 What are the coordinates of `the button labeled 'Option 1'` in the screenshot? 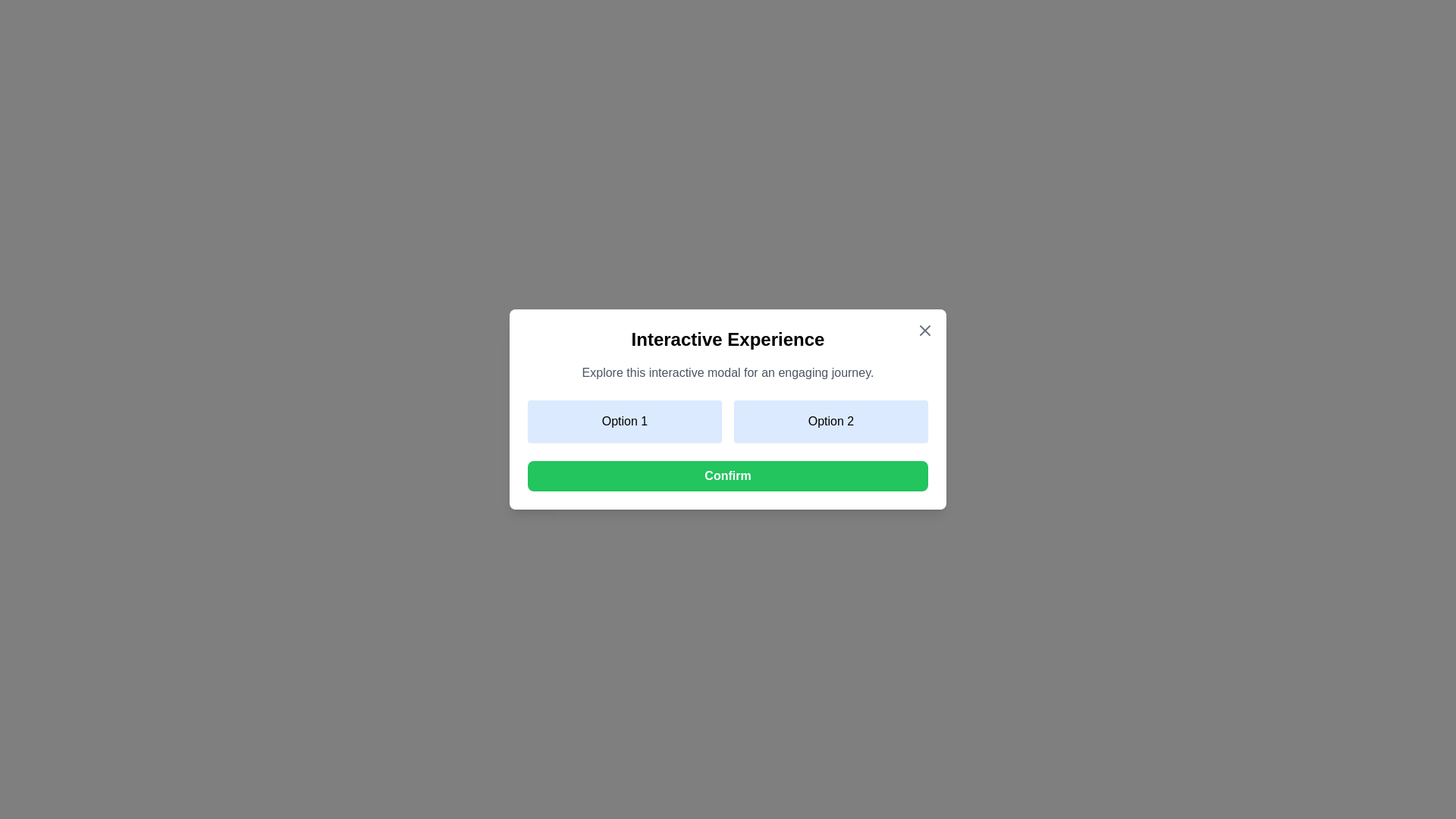 It's located at (625, 421).